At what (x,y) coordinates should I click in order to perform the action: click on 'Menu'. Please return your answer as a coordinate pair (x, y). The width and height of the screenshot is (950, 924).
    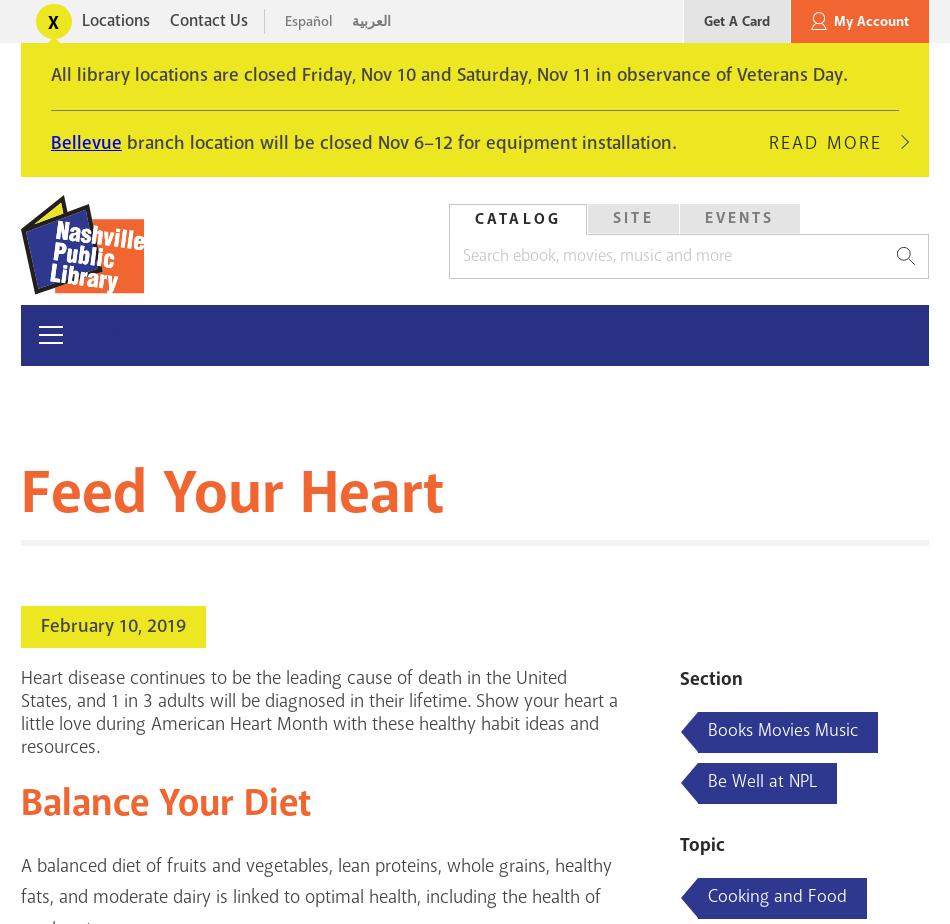
    Looking at the image, I should click on (104, 335).